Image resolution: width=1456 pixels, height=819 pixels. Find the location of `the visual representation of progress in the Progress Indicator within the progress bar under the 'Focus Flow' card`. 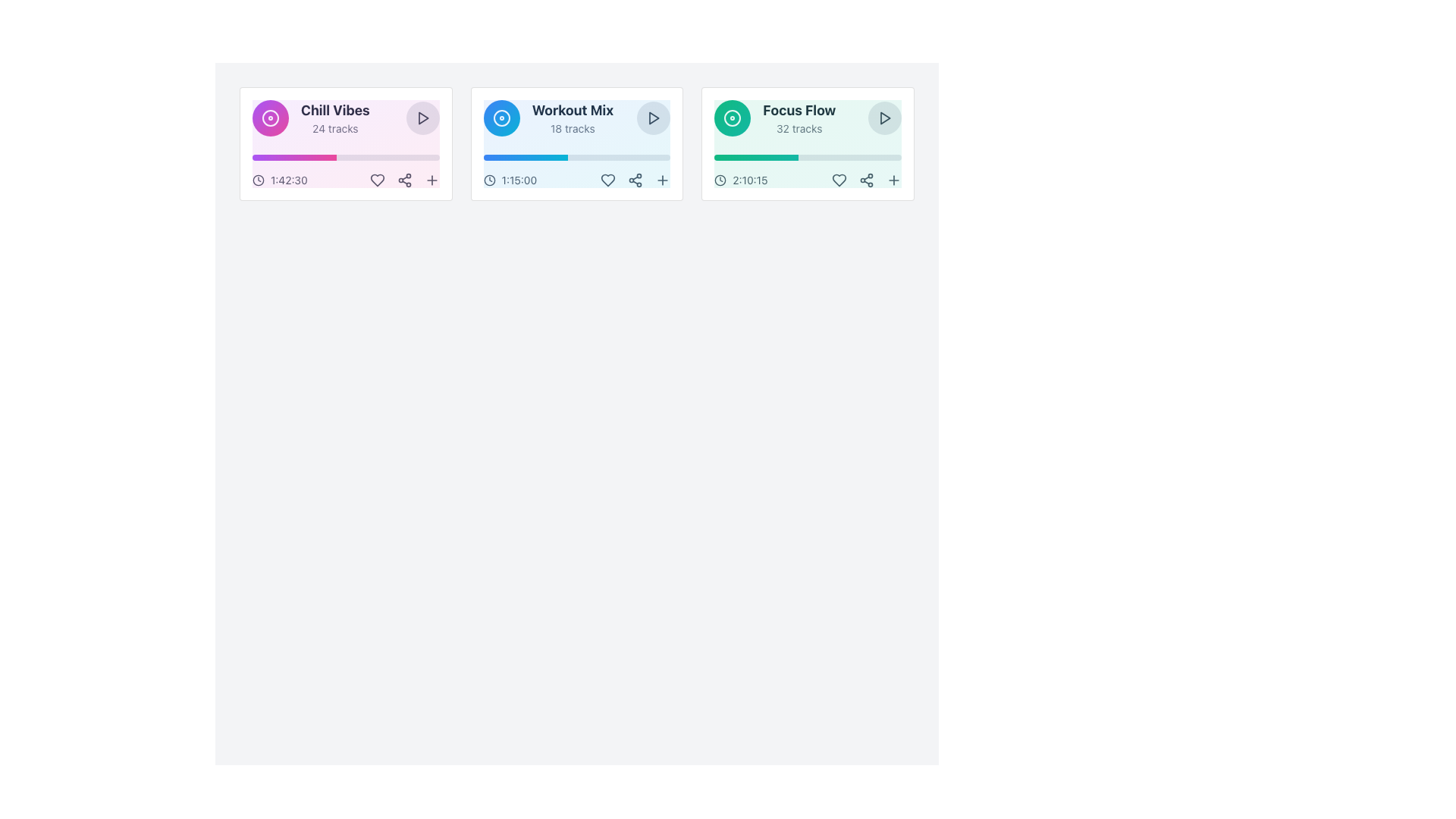

the visual representation of progress in the Progress Indicator within the progress bar under the 'Focus Flow' card is located at coordinates (756, 158).